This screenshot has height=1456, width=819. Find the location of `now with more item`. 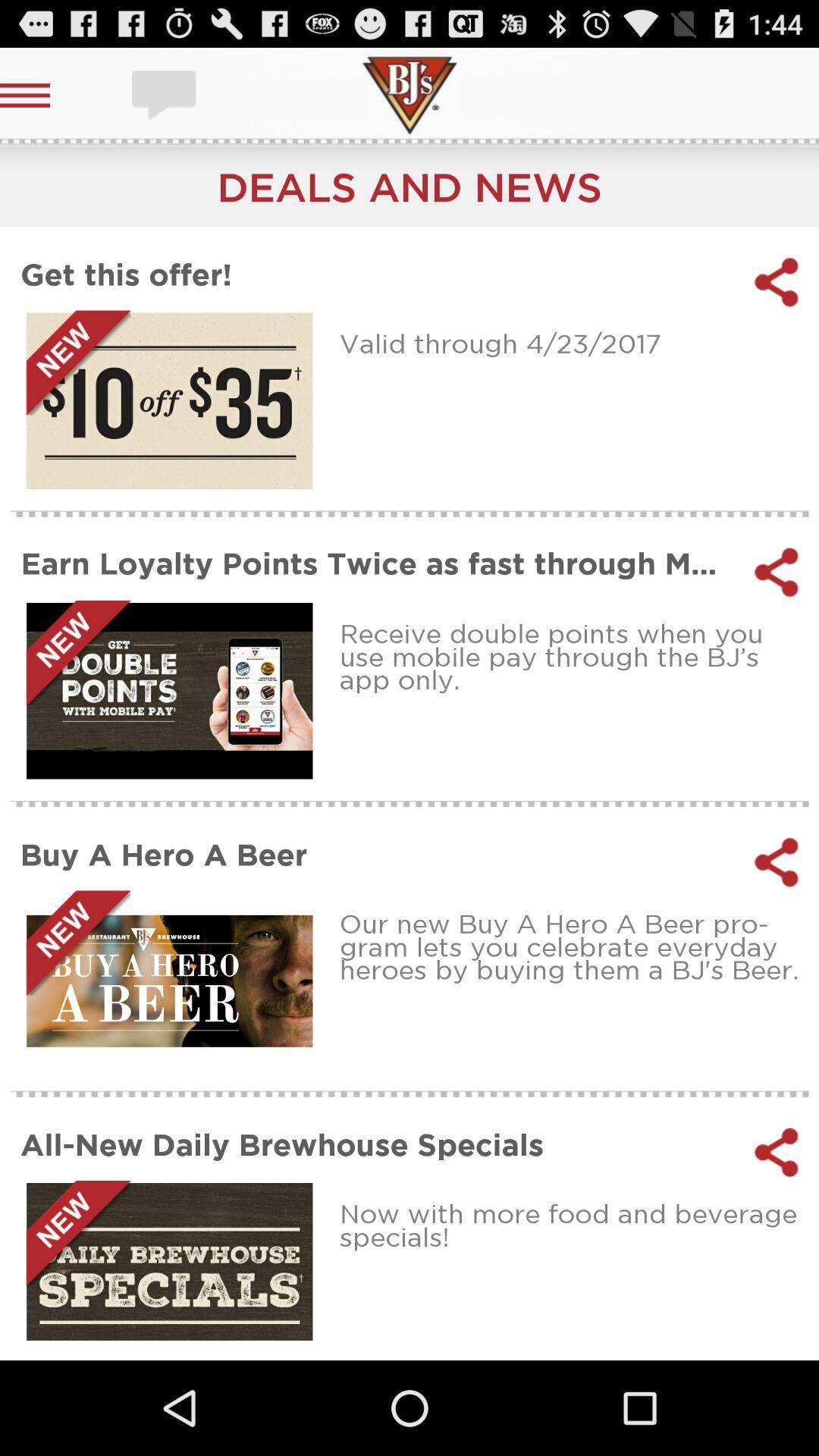

now with more item is located at coordinates (574, 1225).